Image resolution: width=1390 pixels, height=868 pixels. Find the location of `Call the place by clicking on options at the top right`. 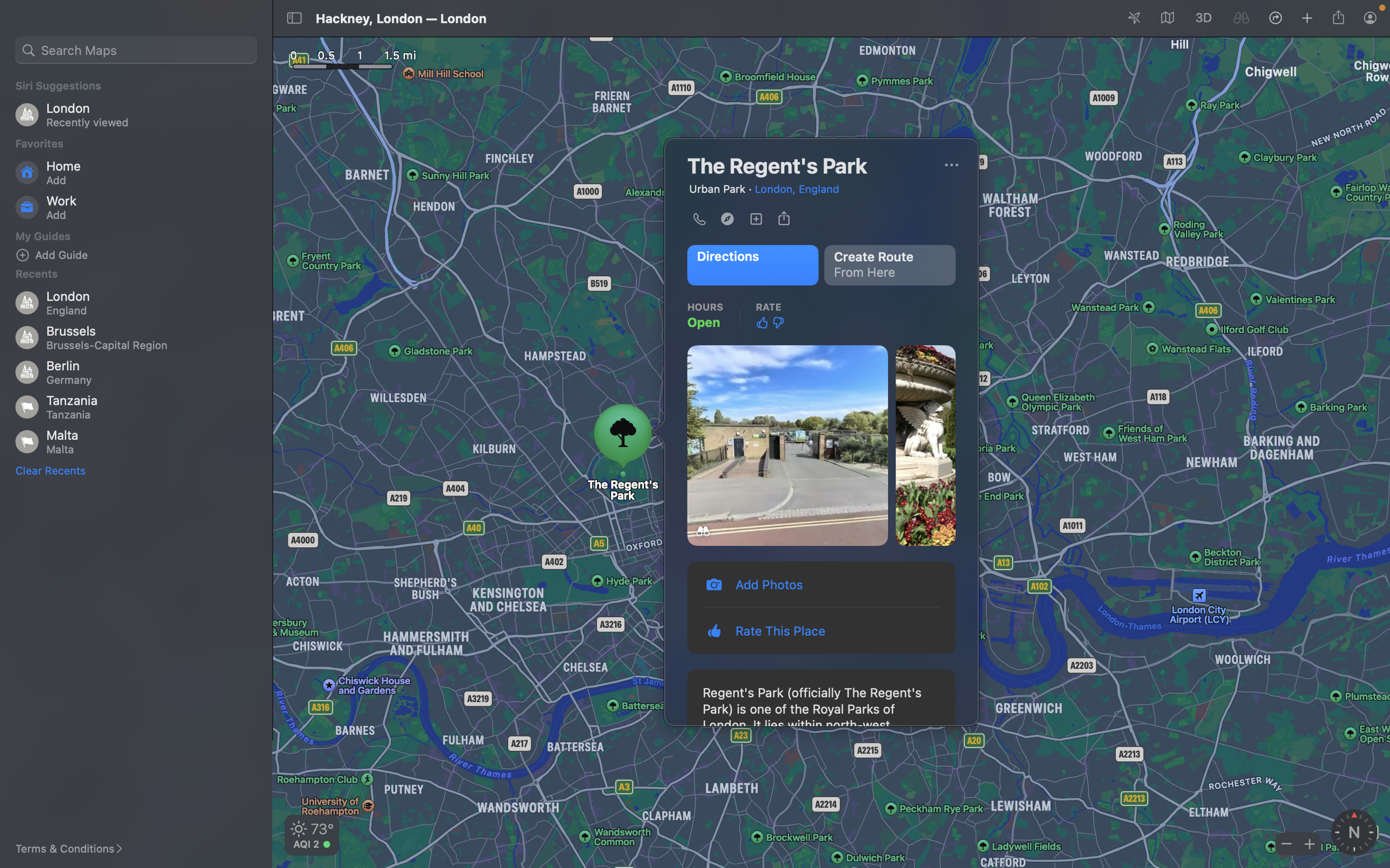

Call the place by clicking on options at the top right is located at coordinates (951, 165).